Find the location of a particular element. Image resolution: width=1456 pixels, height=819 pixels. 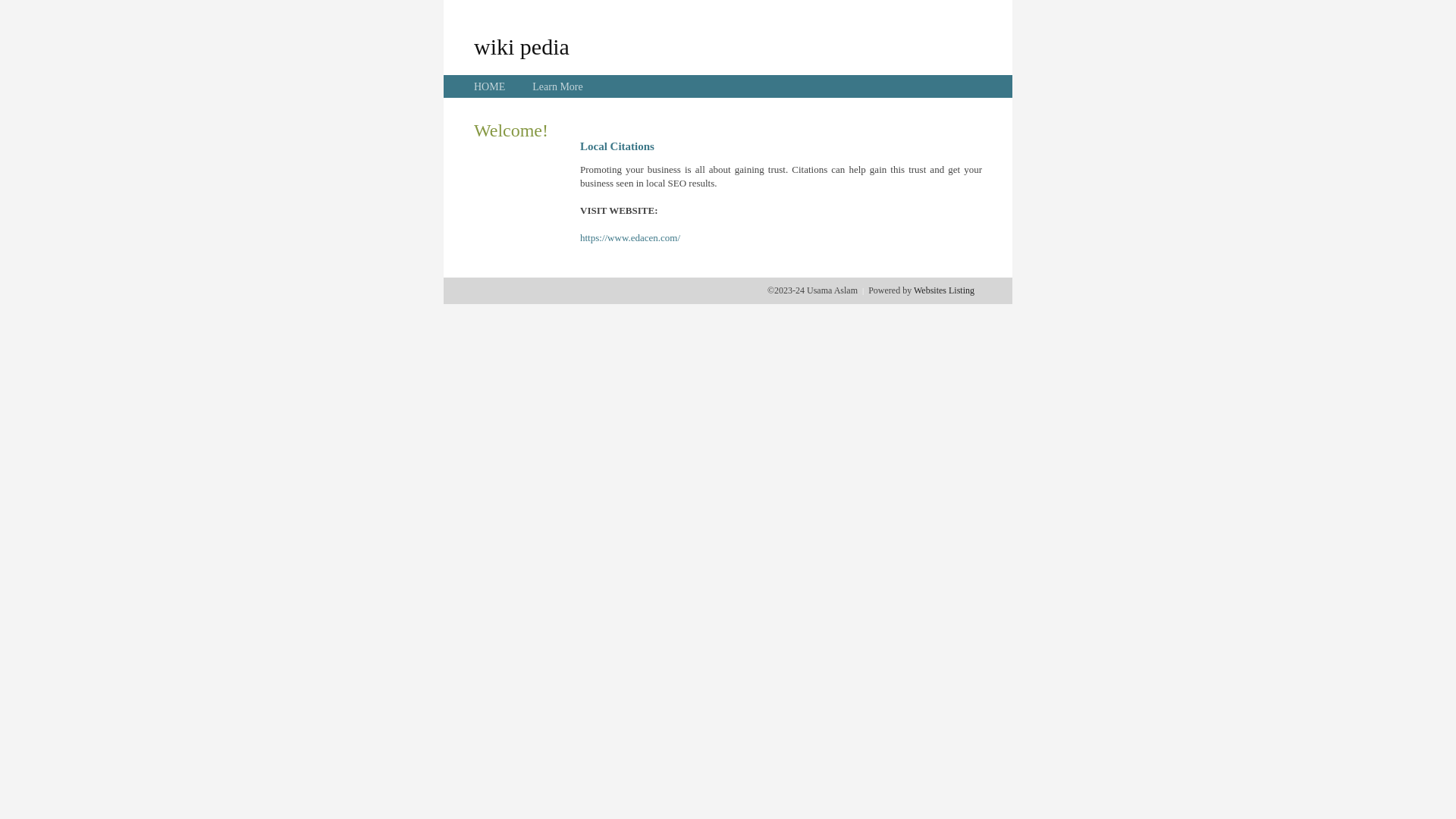

'Learn More' is located at coordinates (532, 86).